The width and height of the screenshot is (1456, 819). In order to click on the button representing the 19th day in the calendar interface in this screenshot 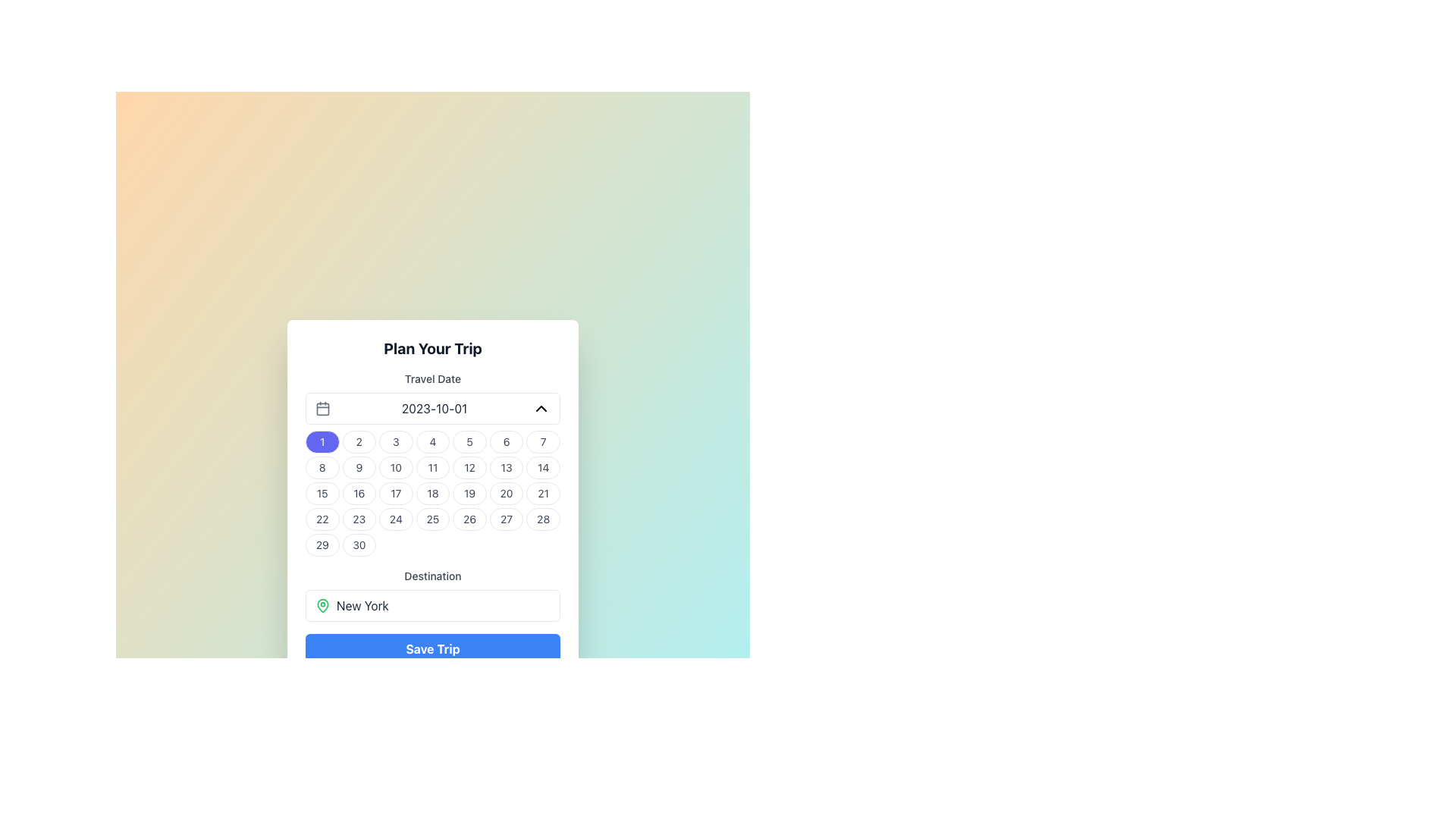, I will do `click(469, 494)`.